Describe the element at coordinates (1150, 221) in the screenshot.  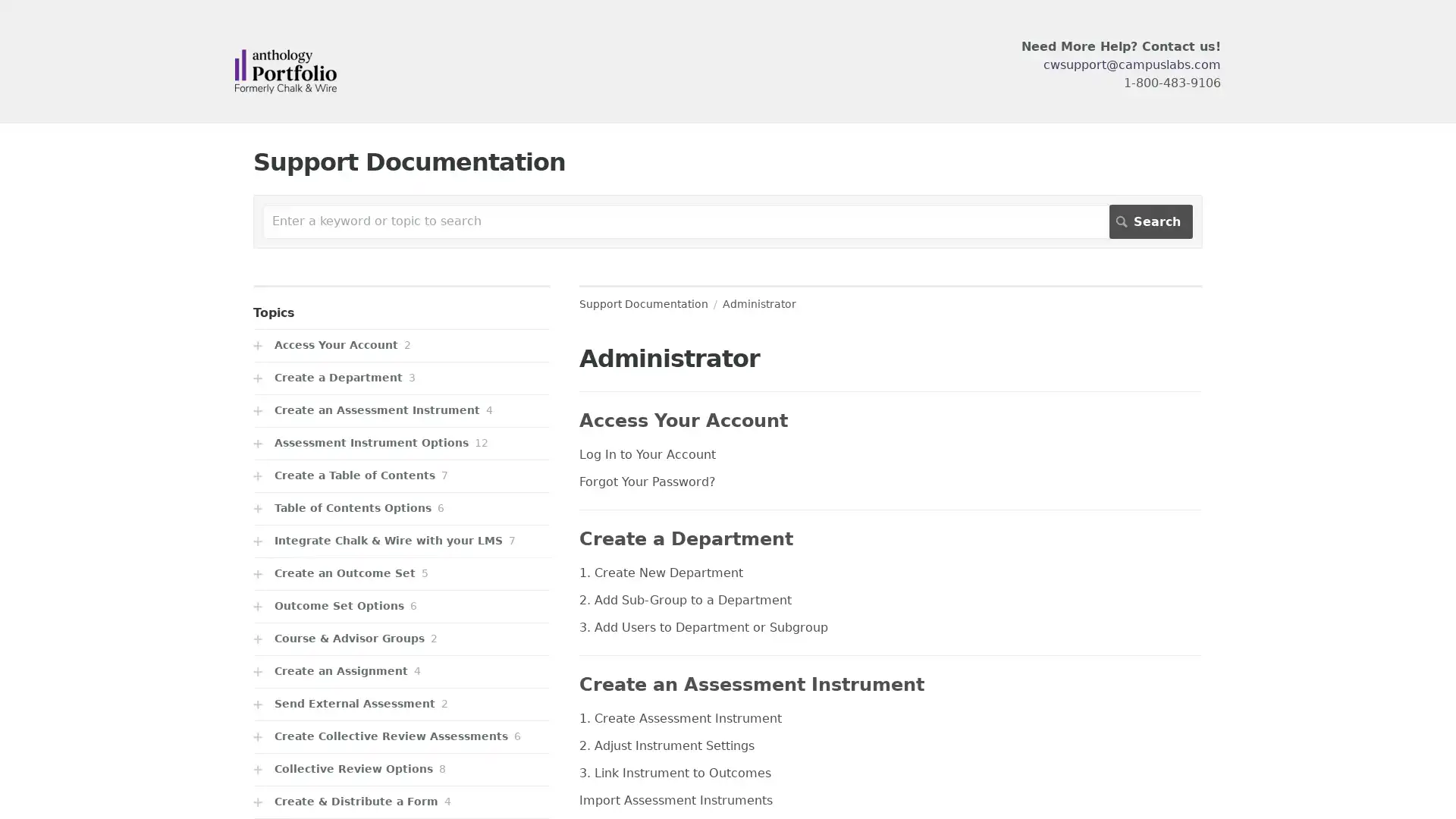
I see `Search` at that location.